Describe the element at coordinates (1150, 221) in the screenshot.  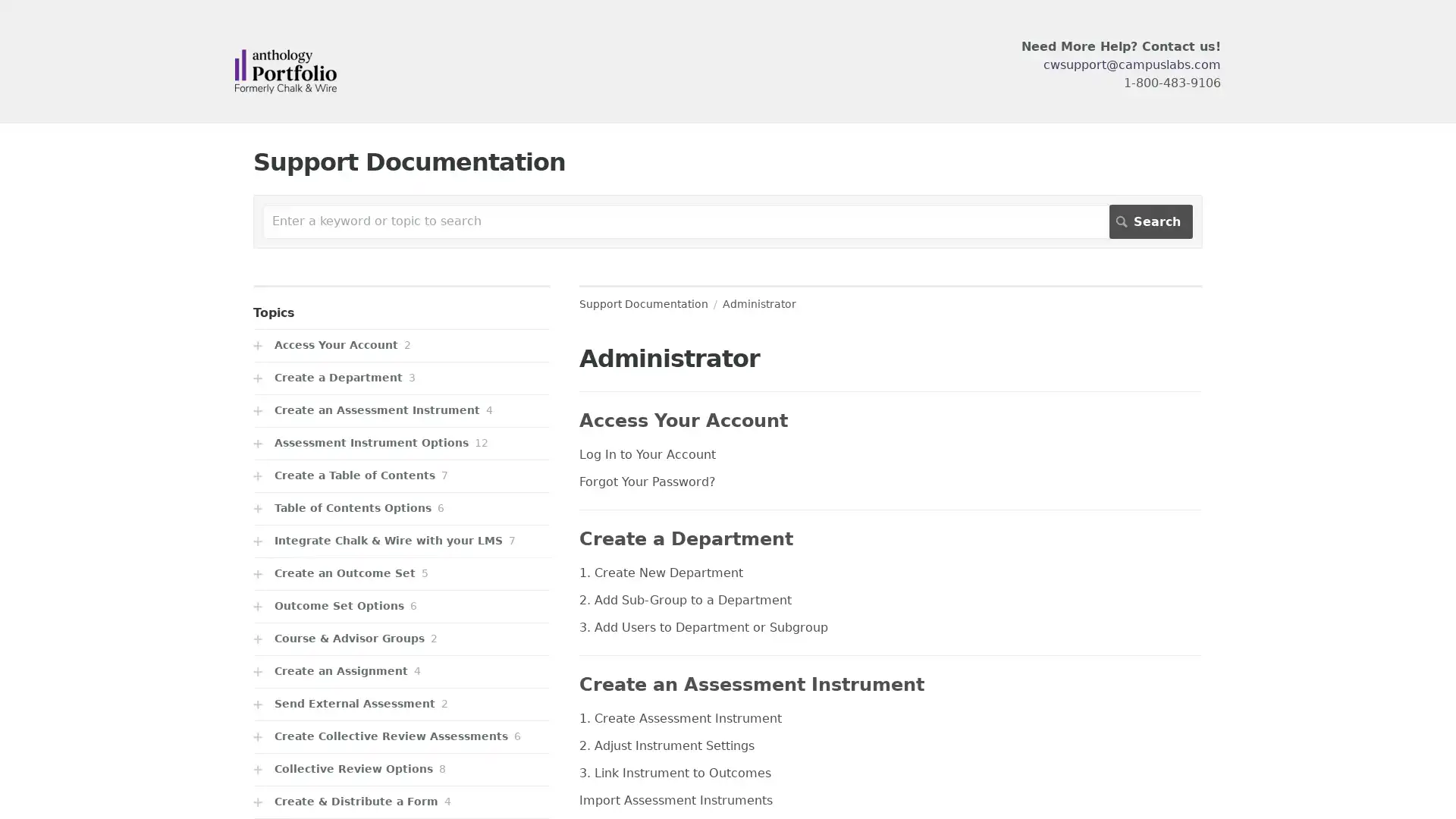
I see `Search` at that location.